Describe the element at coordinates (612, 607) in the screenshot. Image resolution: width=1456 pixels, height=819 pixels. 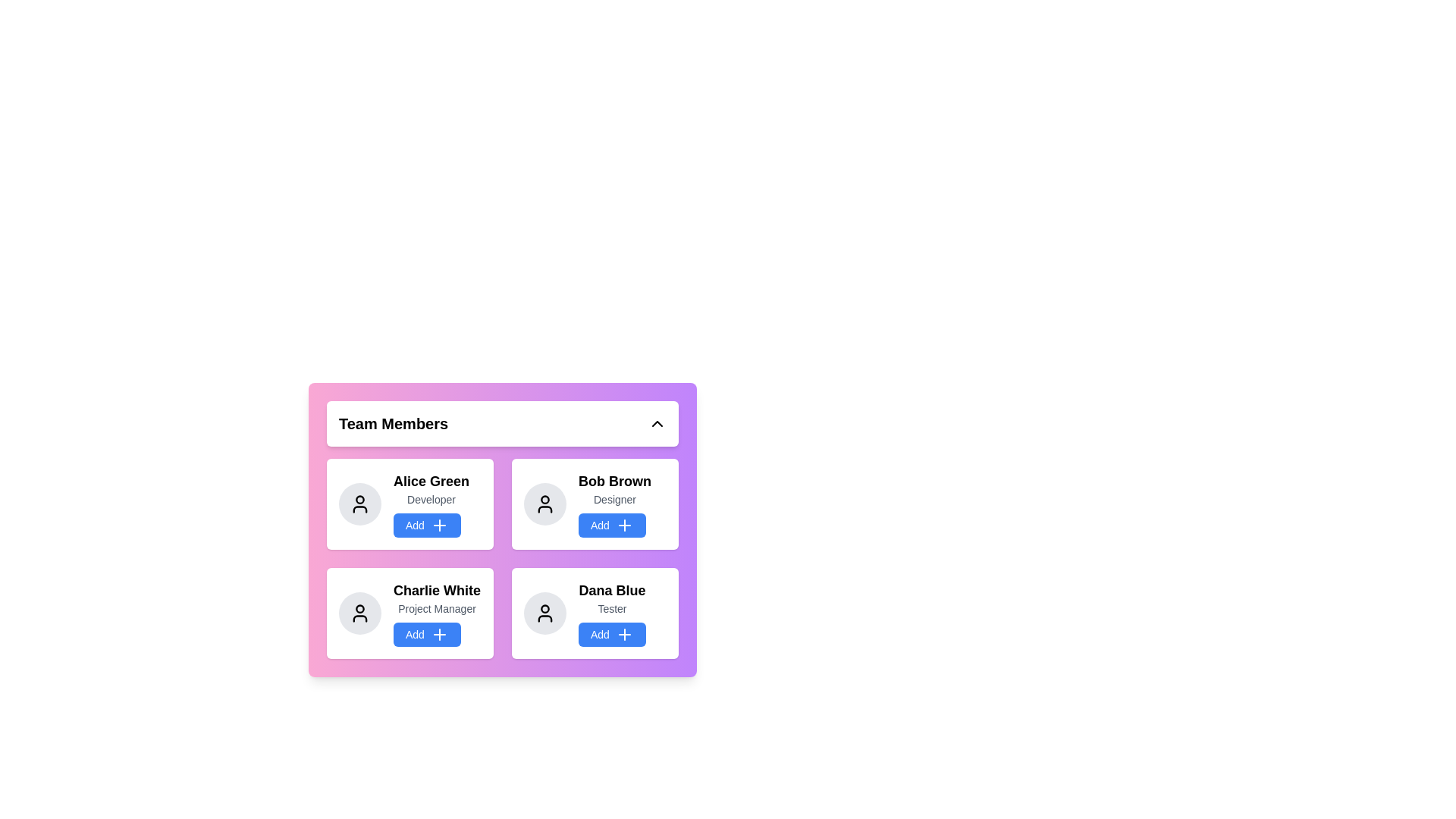
I see `the text label displaying 'Tester' in gray font, located directly below the 'Dana Blue' title in the bottom-right card of the grid layout` at that location.